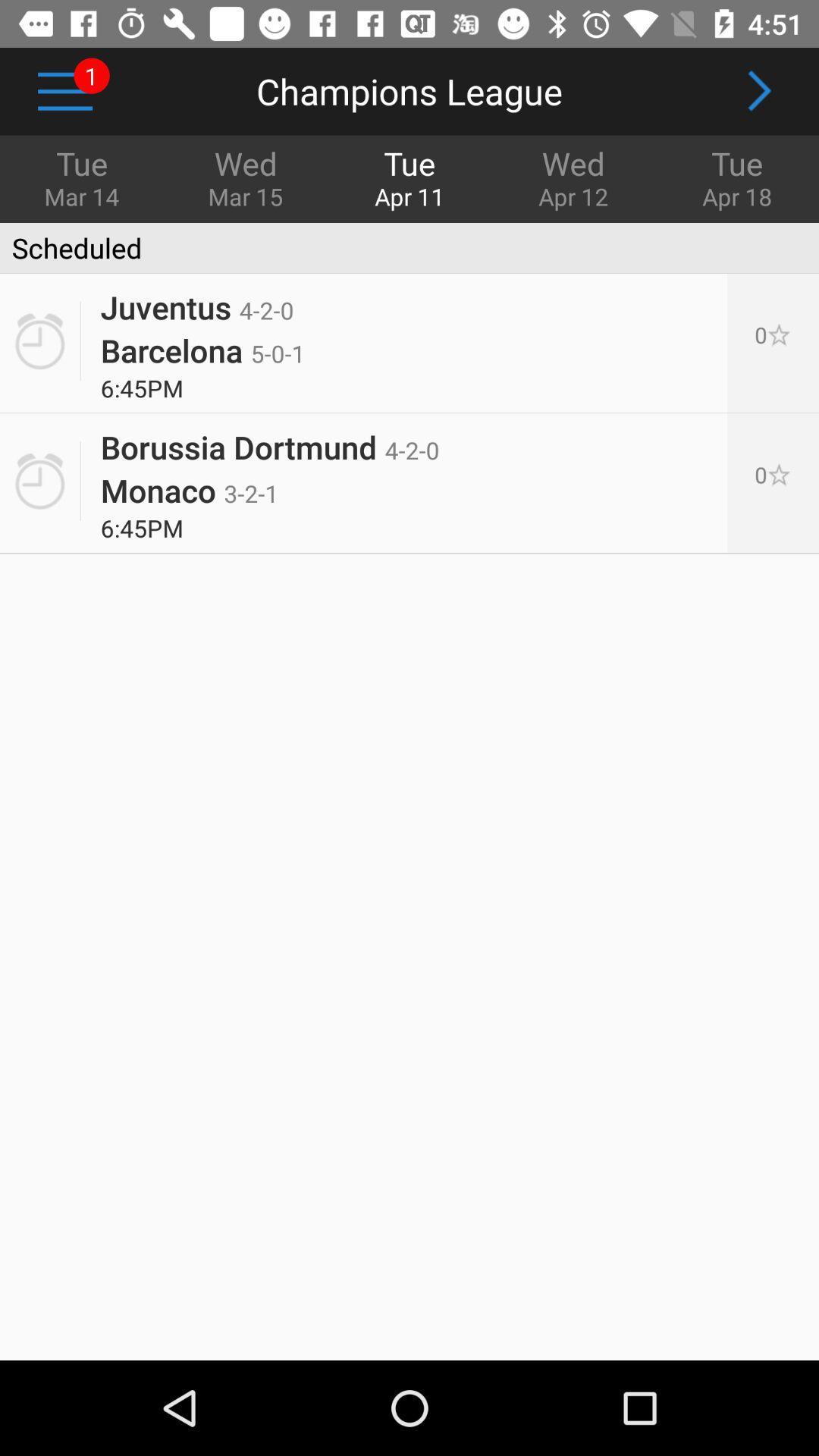 The height and width of the screenshot is (1456, 819). Describe the element at coordinates (245, 177) in the screenshot. I see `icon next to the tue` at that location.